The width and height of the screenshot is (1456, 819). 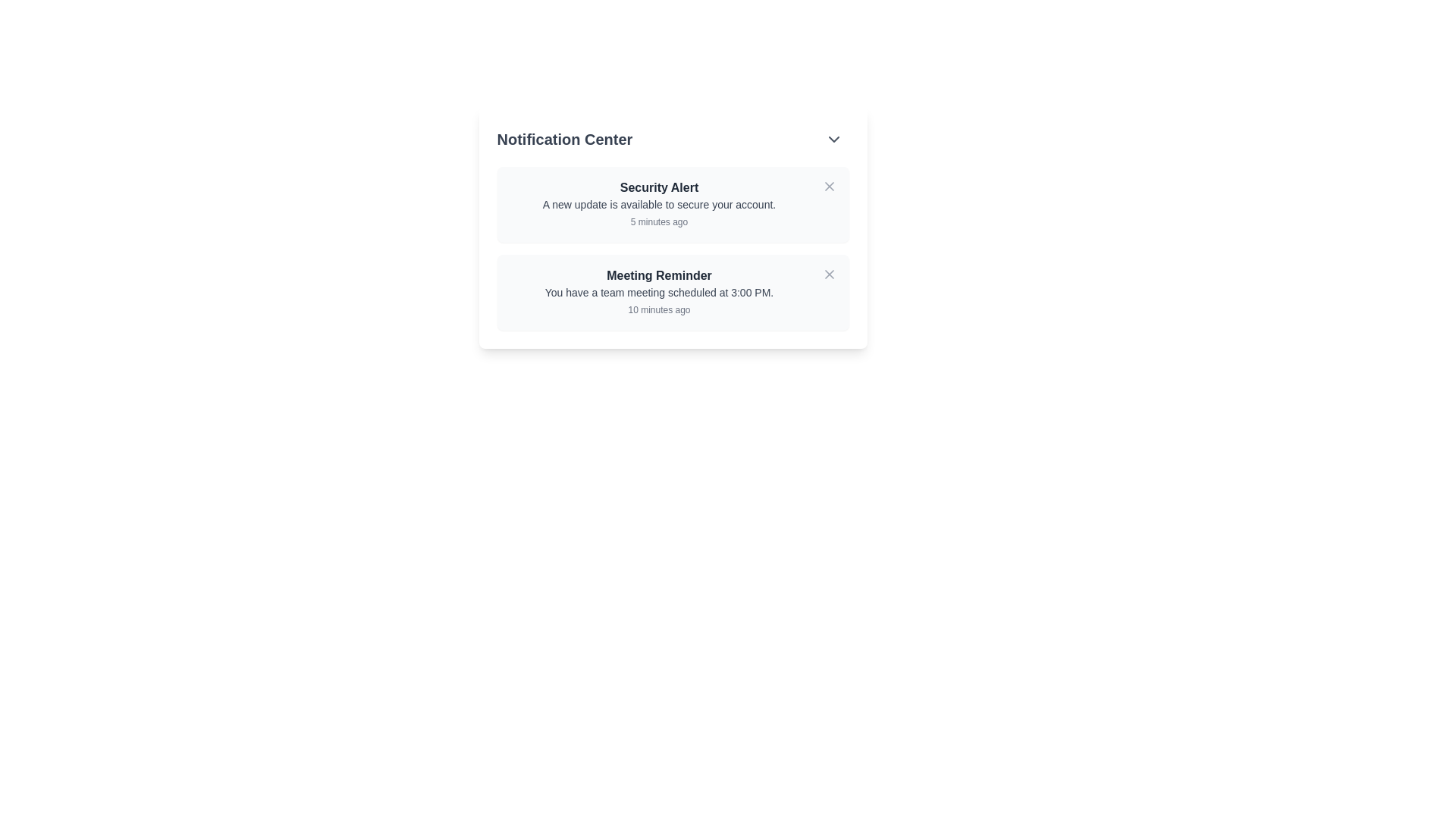 I want to click on text from the Text Label that provides details about the security alert notification, which is located in the Notification Center interface and is positioned between the heading 'Security Alert' and the timestamp '5 minutes ago', so click(x=659, y=205).